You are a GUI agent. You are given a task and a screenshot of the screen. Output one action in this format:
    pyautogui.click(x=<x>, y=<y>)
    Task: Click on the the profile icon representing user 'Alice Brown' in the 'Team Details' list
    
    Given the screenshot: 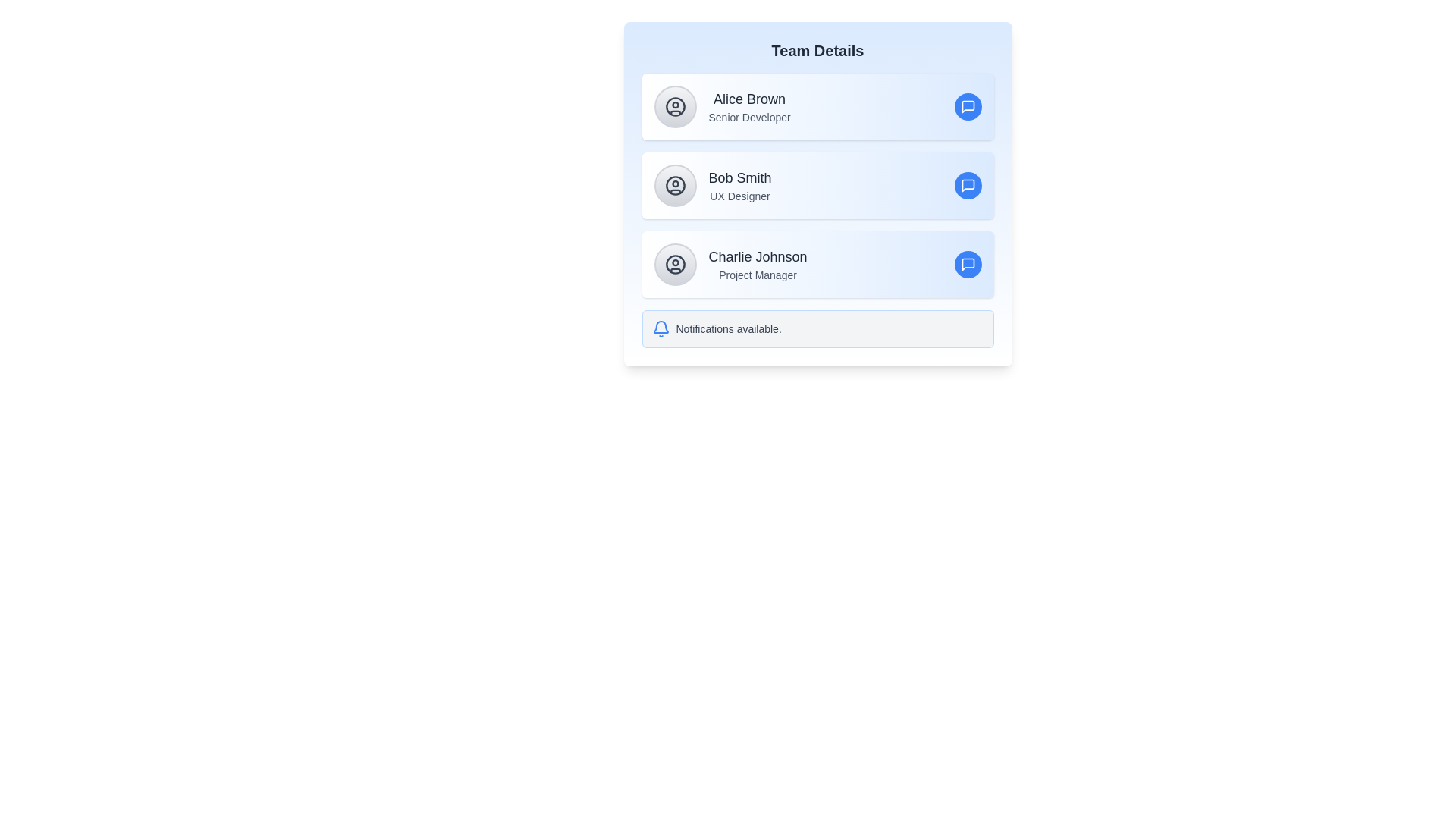 What is the action you would take?
    pyautogui.click(x=674, y=106)
    